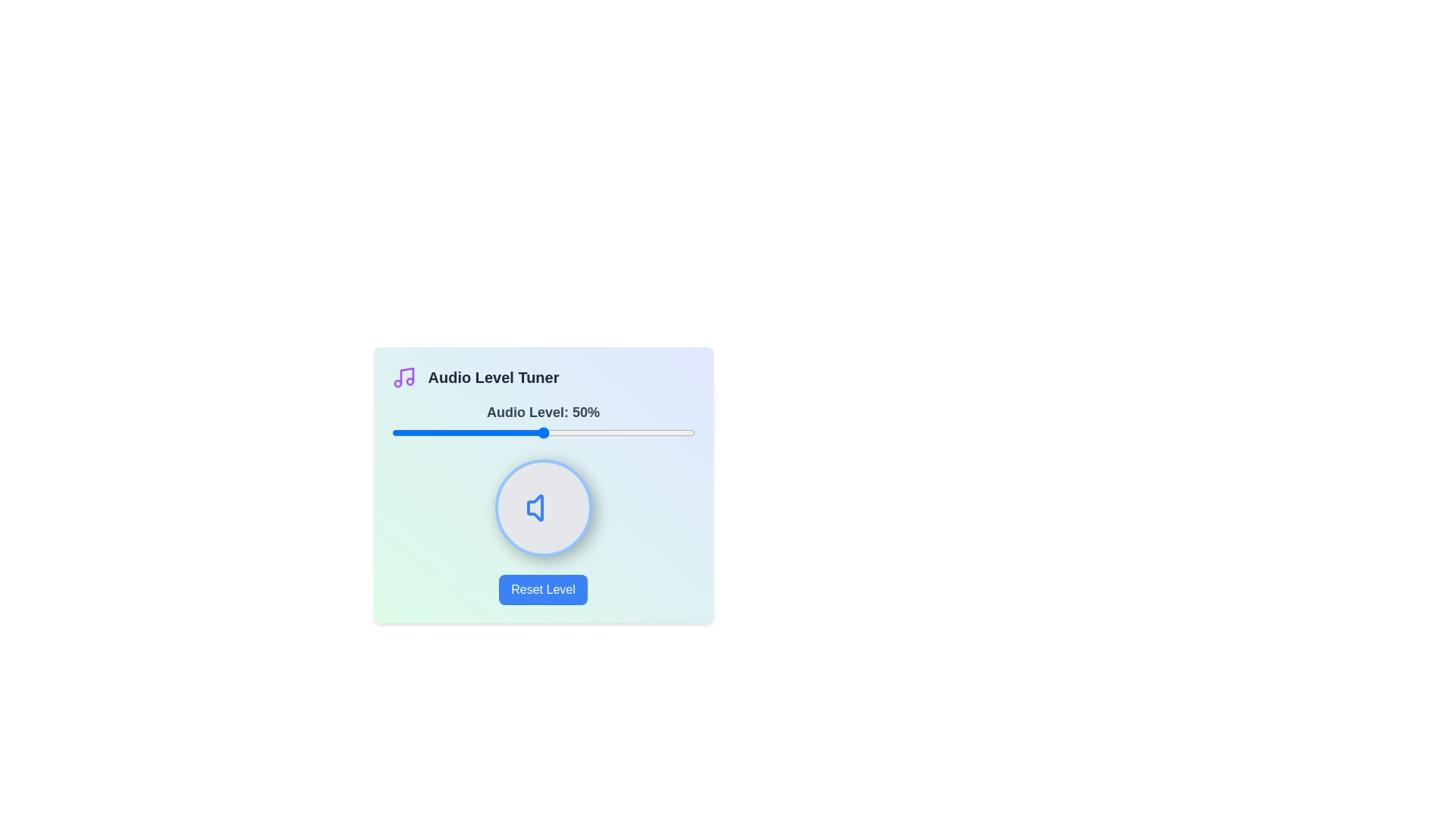 This screenshot has width=1456, height=819. Describe the element at coordinates (600, 432) in the screenshot. I see `the audio level to 69% by dragging the slider` at that location.